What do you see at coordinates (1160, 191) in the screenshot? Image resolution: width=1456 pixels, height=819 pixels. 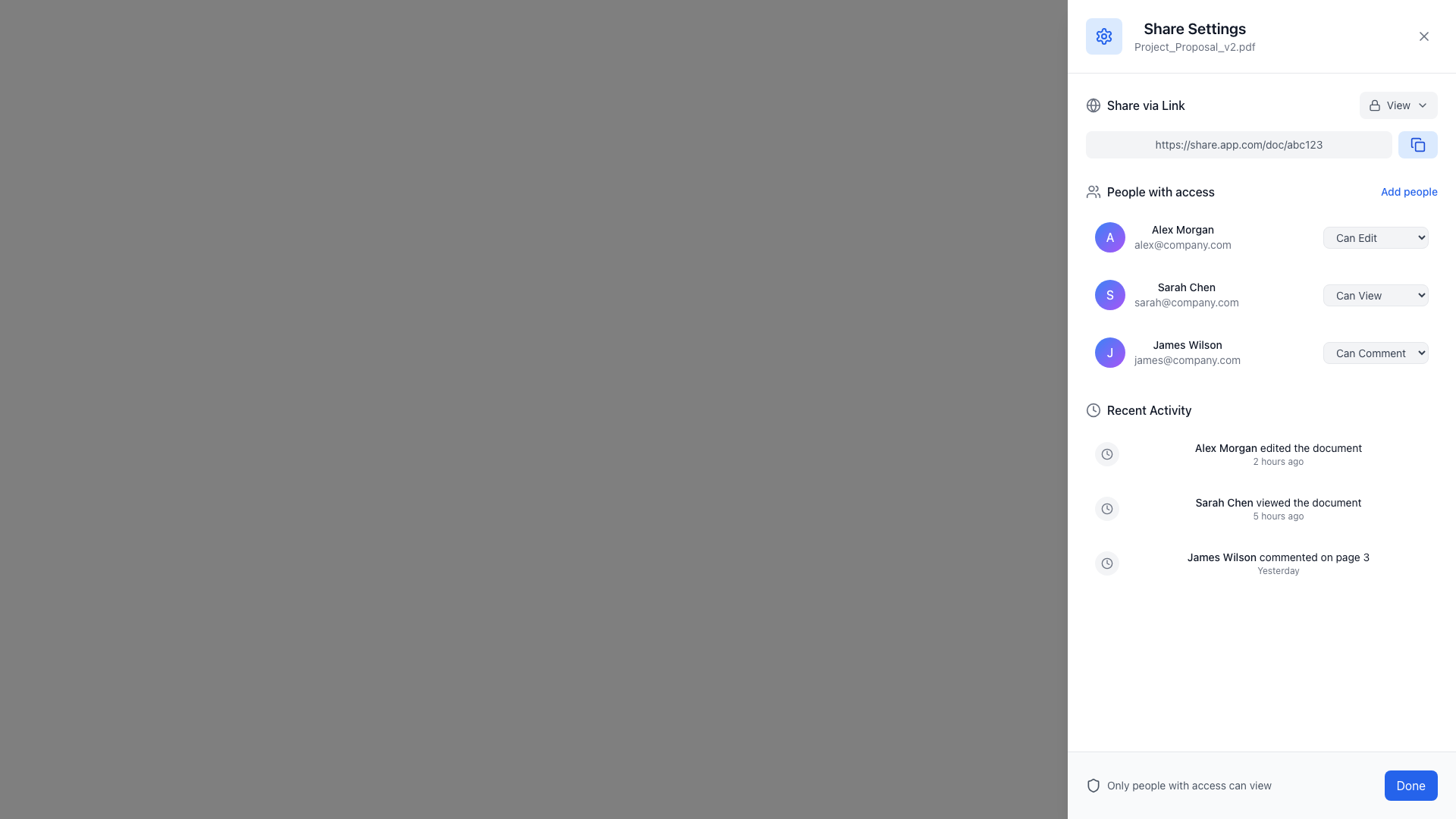 I see `the Text label that serves as a heading for the section listing users with access permissions, located in the right-side panel titled 'Share Settings', below 'Share via Link' and above the user profiles list` at bounding box center [1160, 191].